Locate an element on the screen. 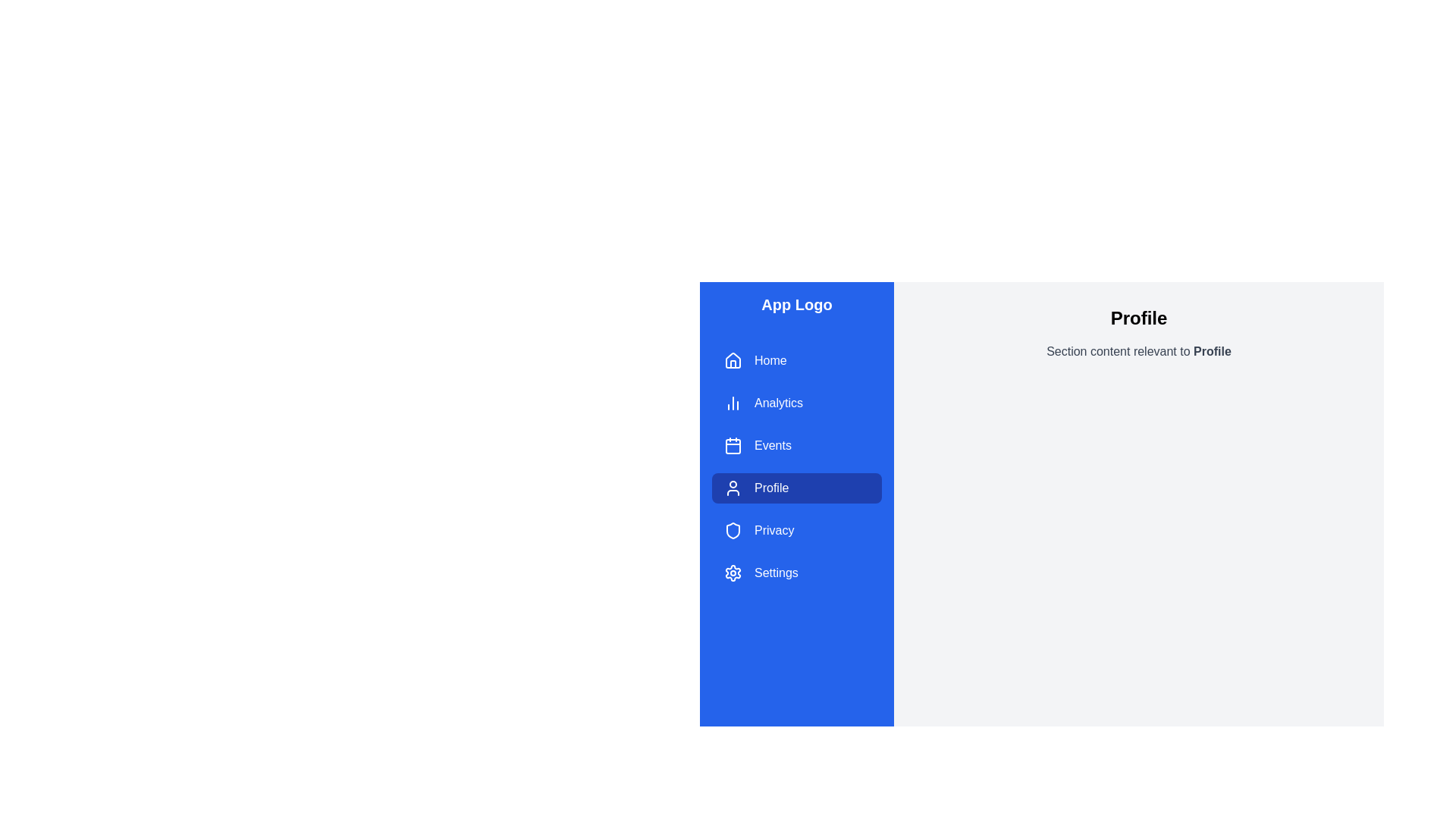  the 'Events' menu item in the navigation bar is located at coordinates (796, 444).